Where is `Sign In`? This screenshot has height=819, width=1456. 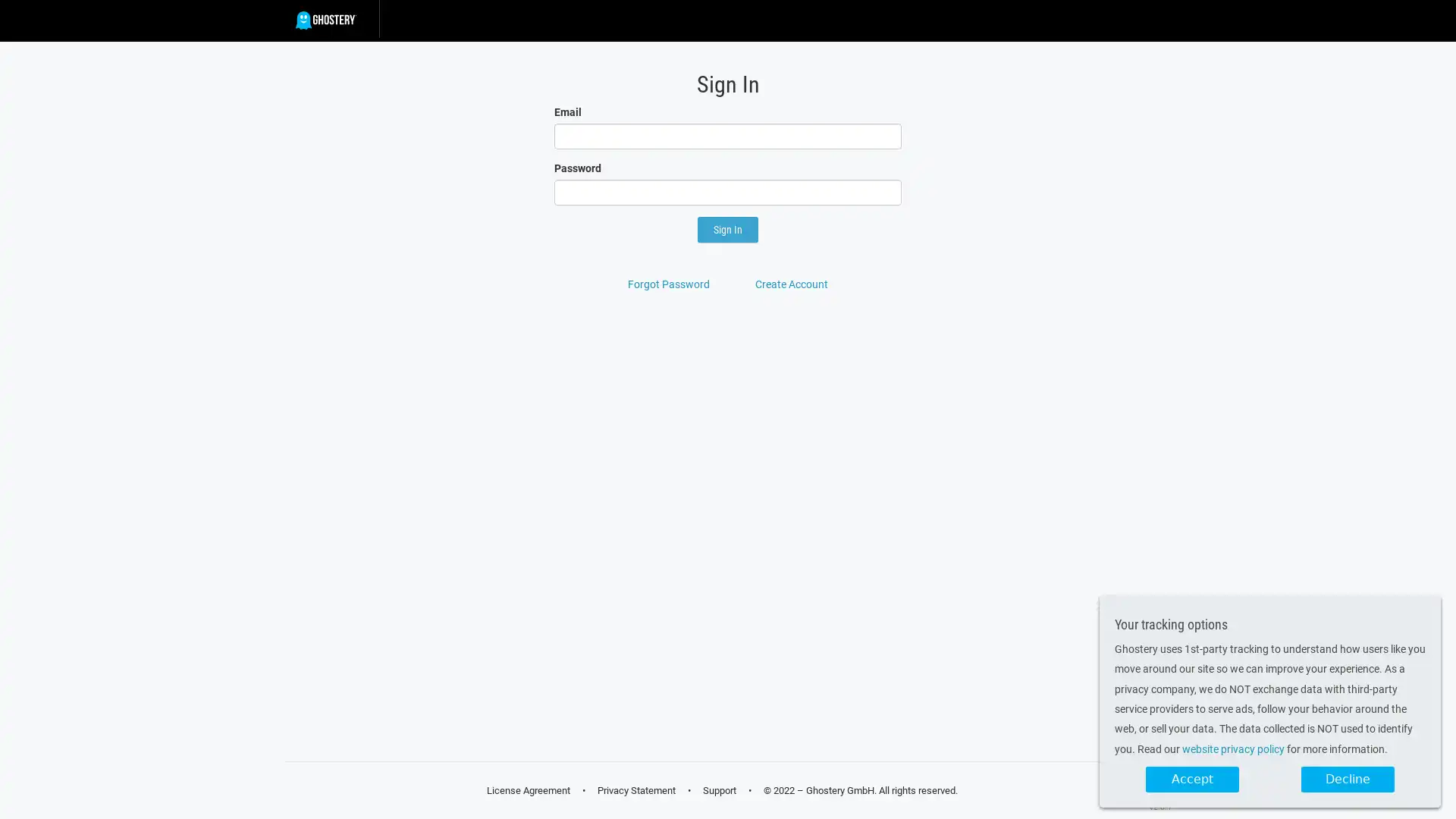 Sign In is located at coordinates (728, 230).